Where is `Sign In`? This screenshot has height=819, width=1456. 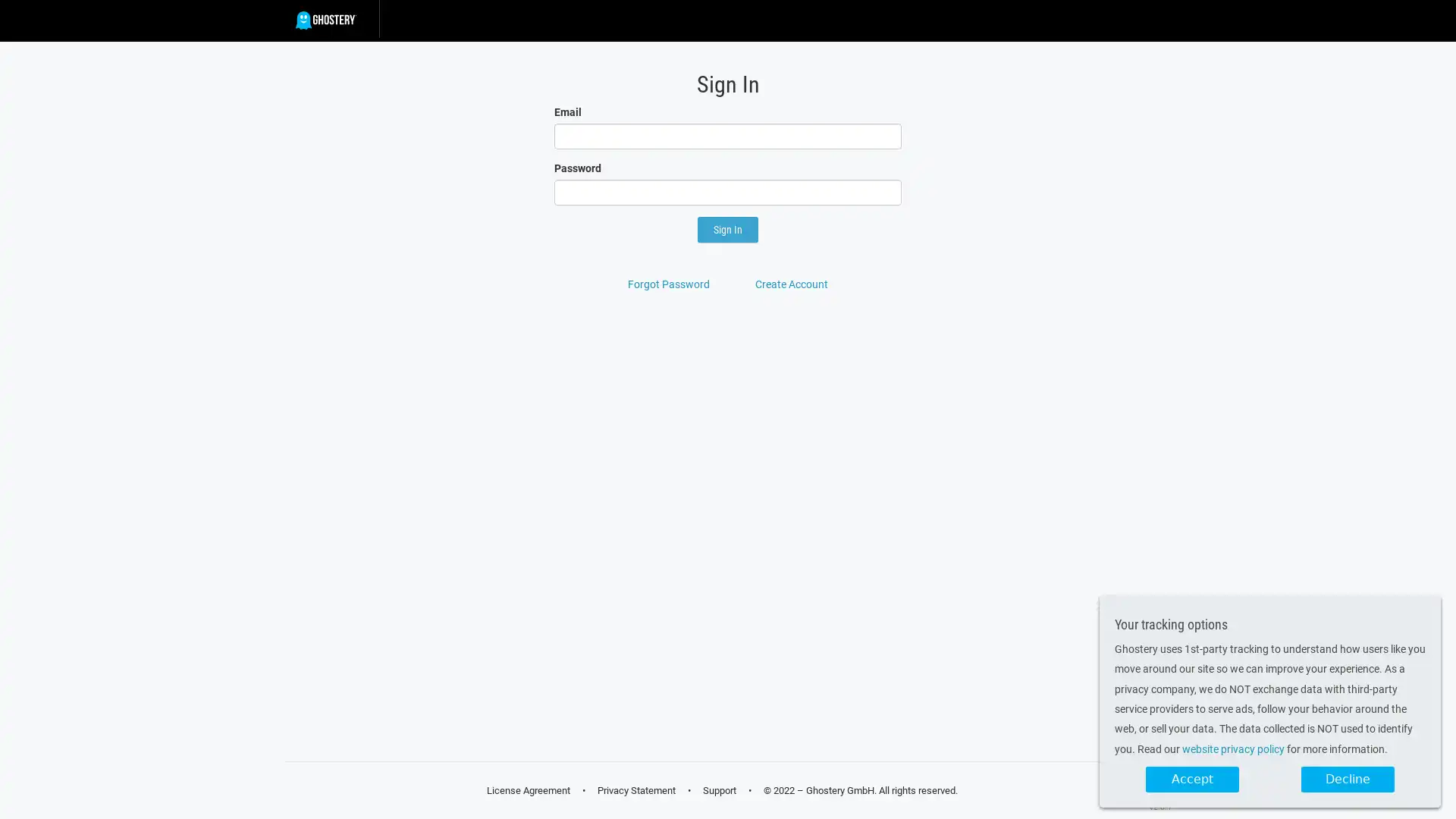 Sign In is located at coordinates (728, 230).